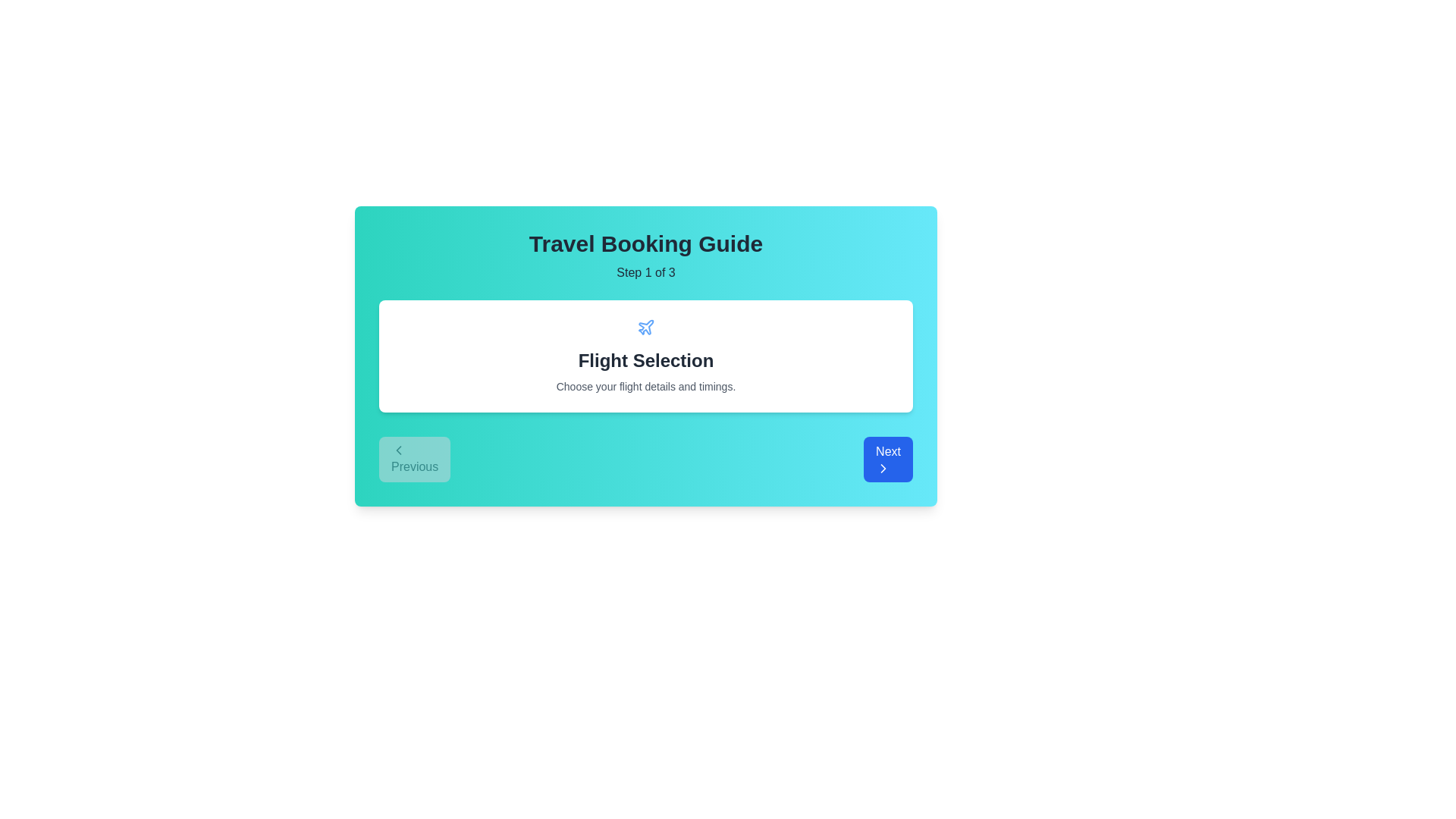 This screenshot has height=819, width=1456. I want to click on the directional icon inside the 'Next' button located at the bottom right corner of the interactive card, so click(883, 467).